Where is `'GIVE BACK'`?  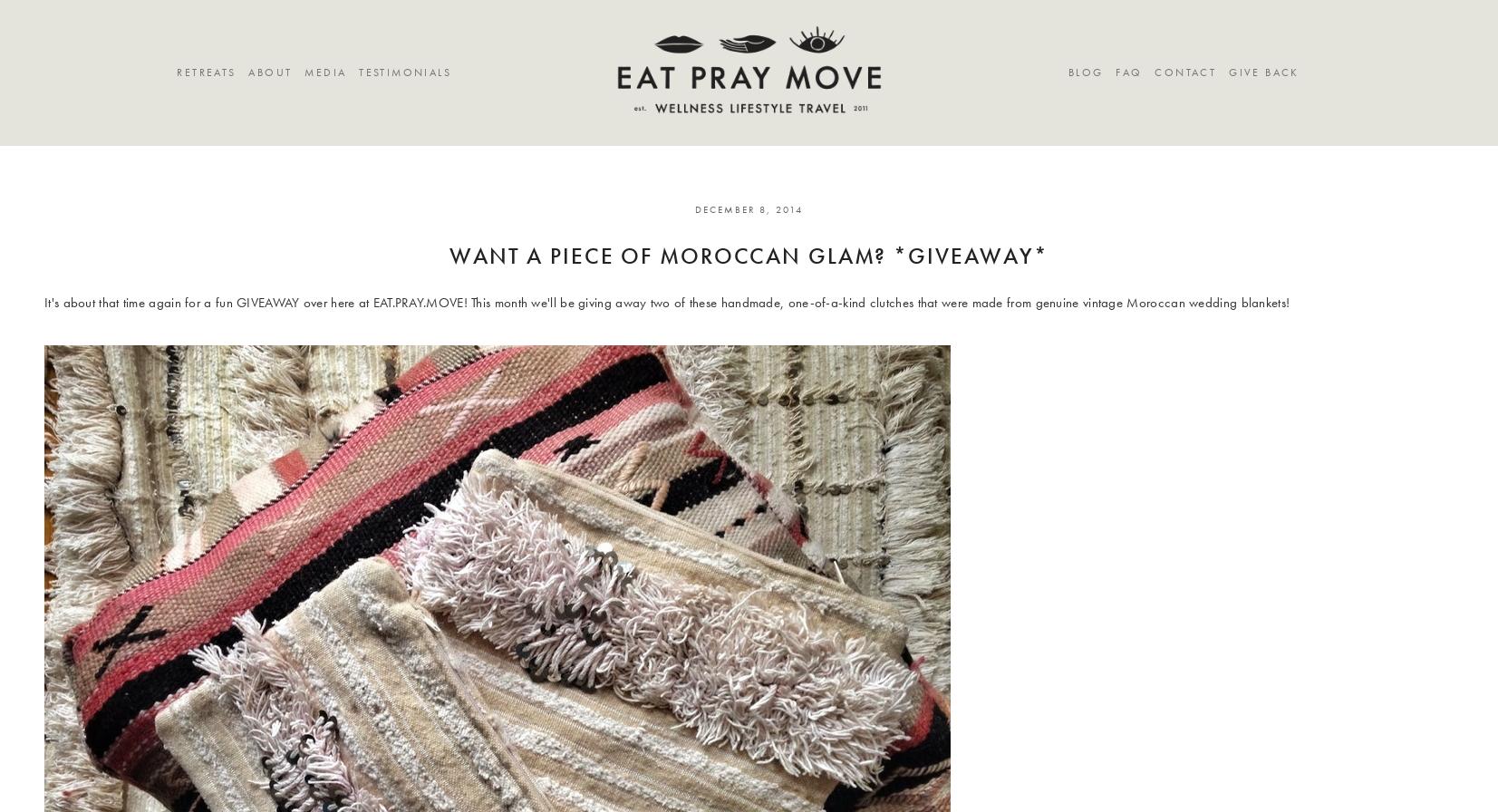 'GIVE BACK' is located at coordinates (1228, 72).